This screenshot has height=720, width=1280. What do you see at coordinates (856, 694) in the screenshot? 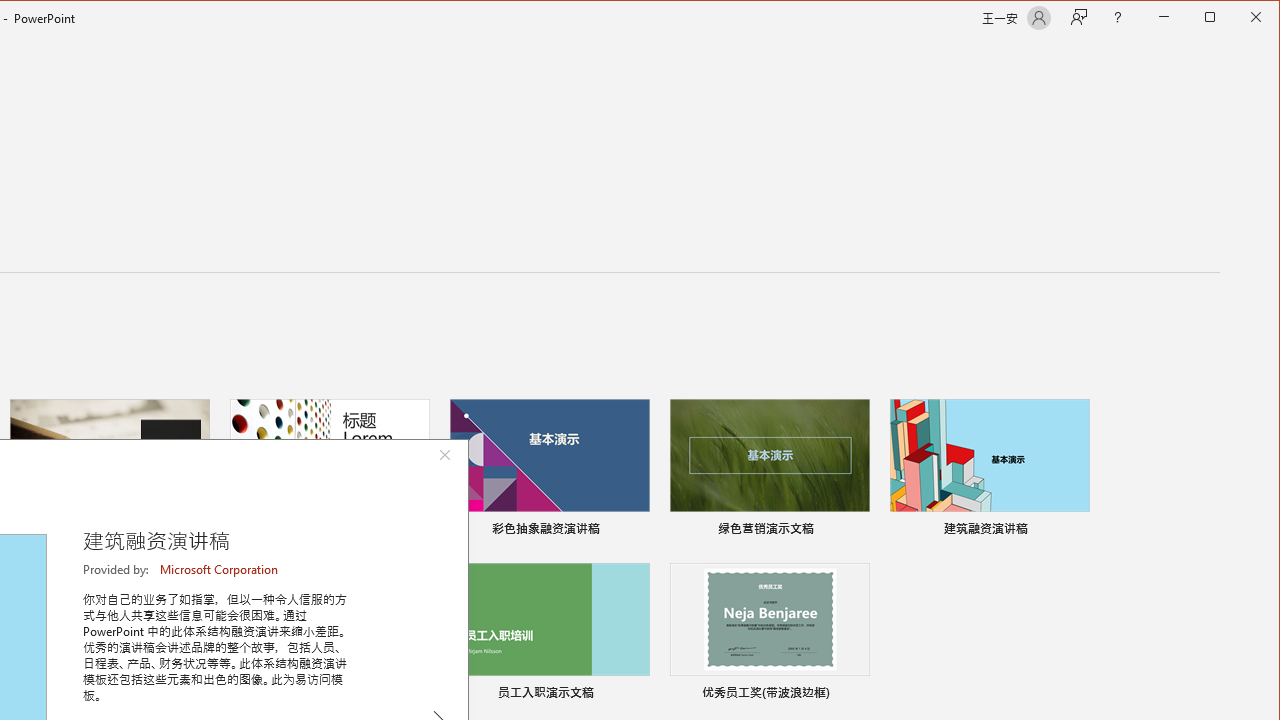
I see `'Pin to list'` at bounding box center [856, 694].